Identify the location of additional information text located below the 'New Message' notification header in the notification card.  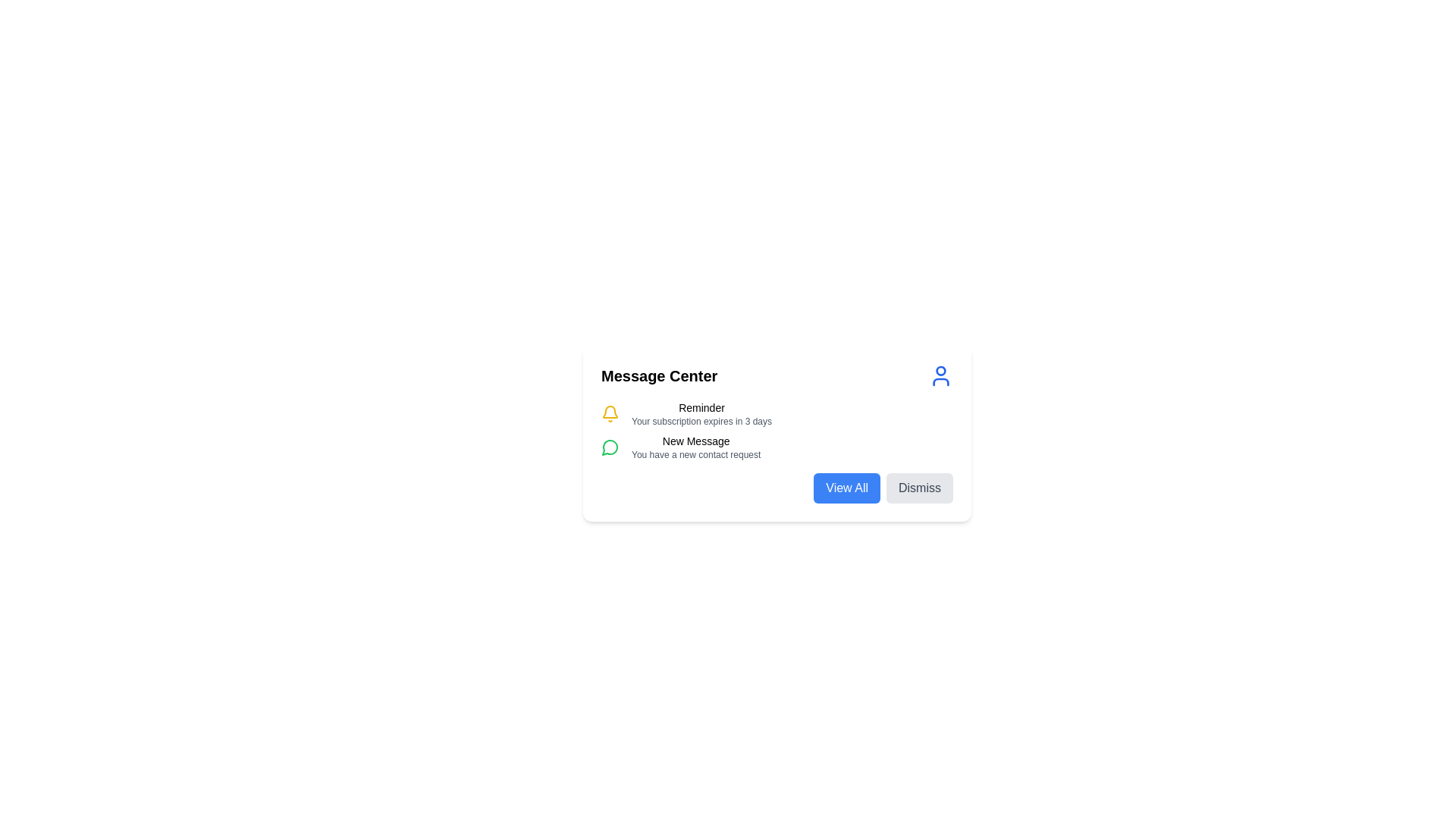
(695, 454).